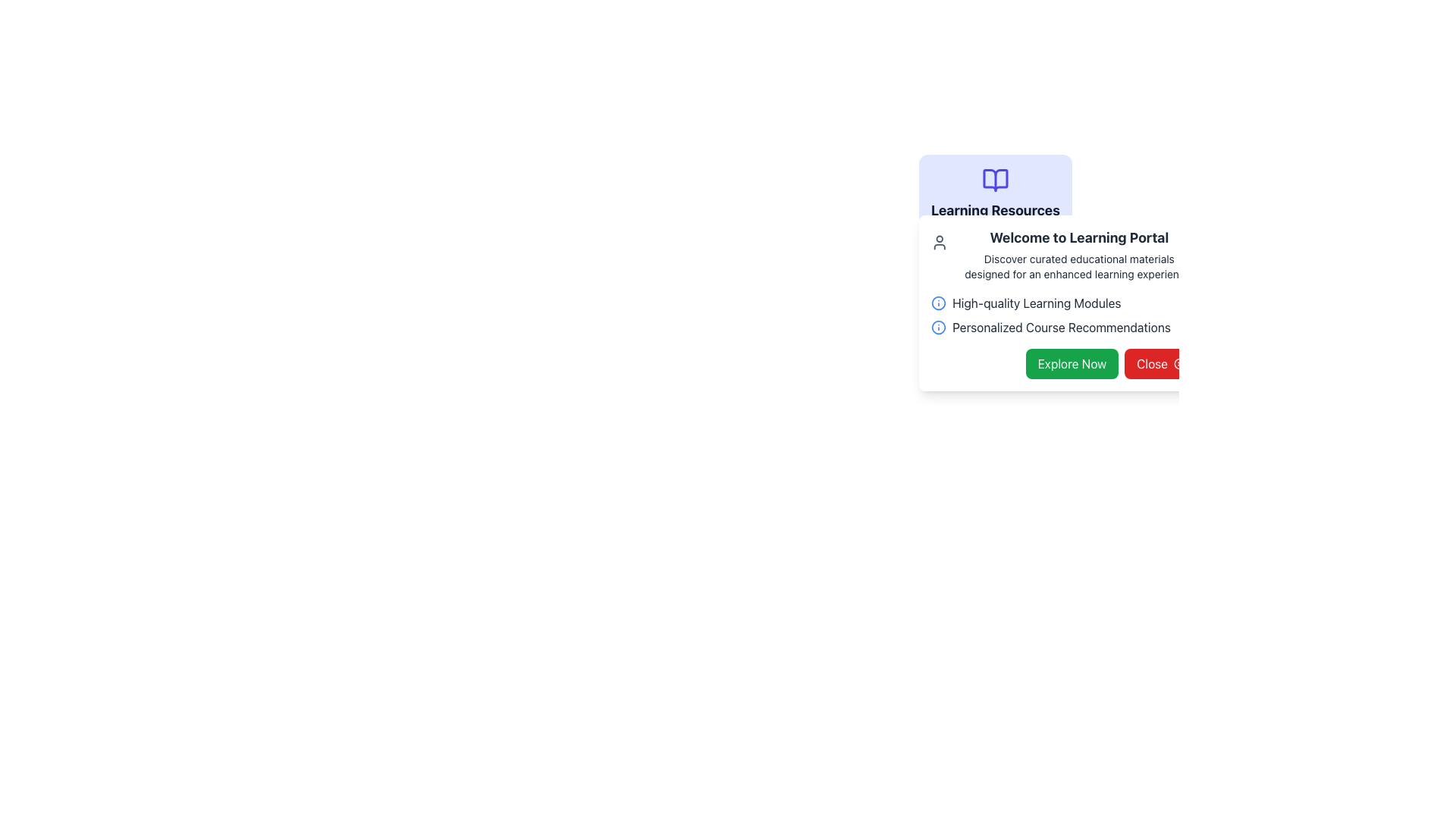  I want to click on the text-based informational list containing 'High-quality Learning Modules' and 'Personalized Course Recommendations' with blue circular icons, located in the middle of the white rounded-corner card overlay, so click(1064, 315).